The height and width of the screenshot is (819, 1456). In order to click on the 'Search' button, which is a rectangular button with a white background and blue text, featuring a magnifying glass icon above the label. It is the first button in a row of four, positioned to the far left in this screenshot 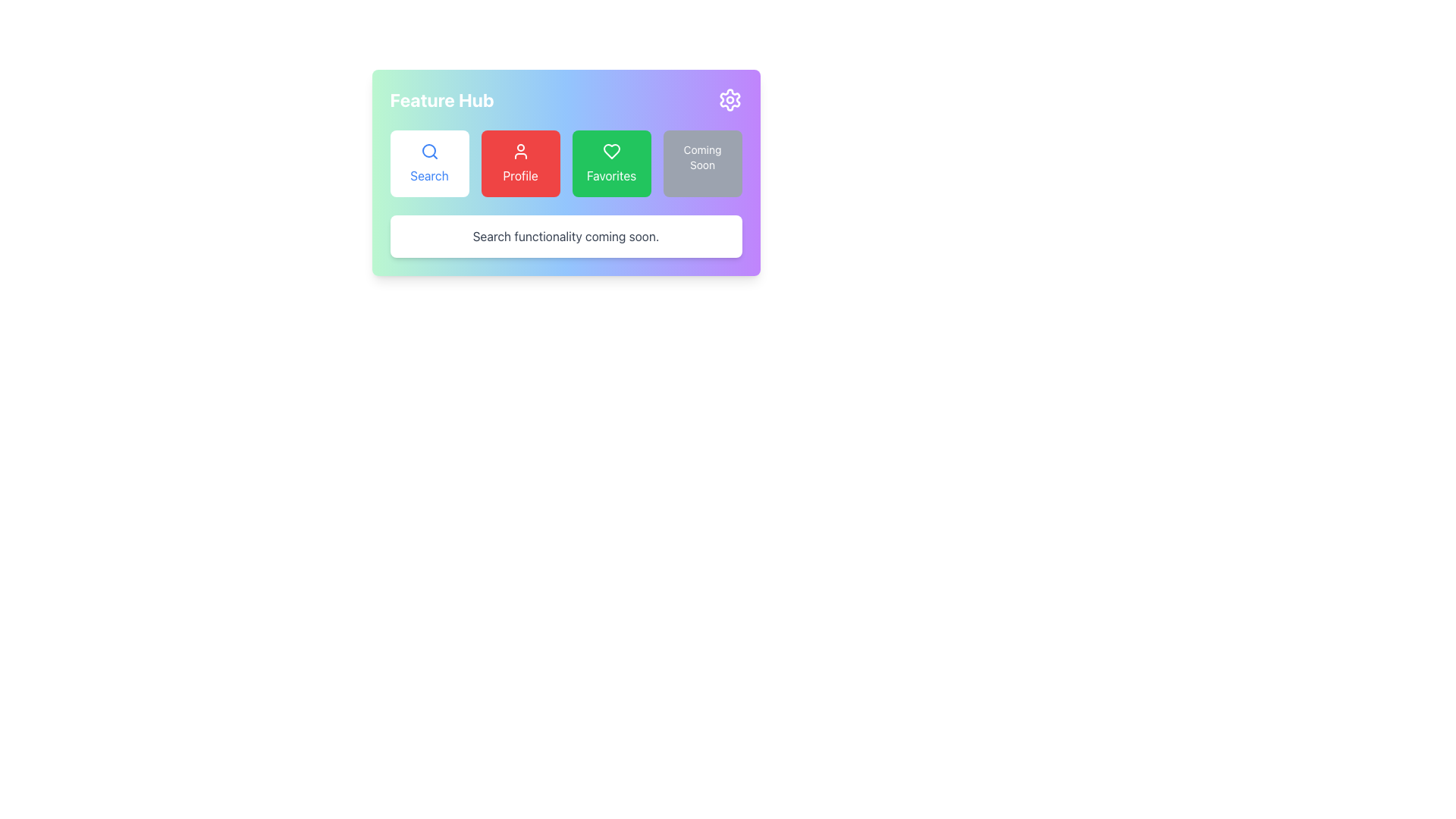, I will do `click(428, 164)`.